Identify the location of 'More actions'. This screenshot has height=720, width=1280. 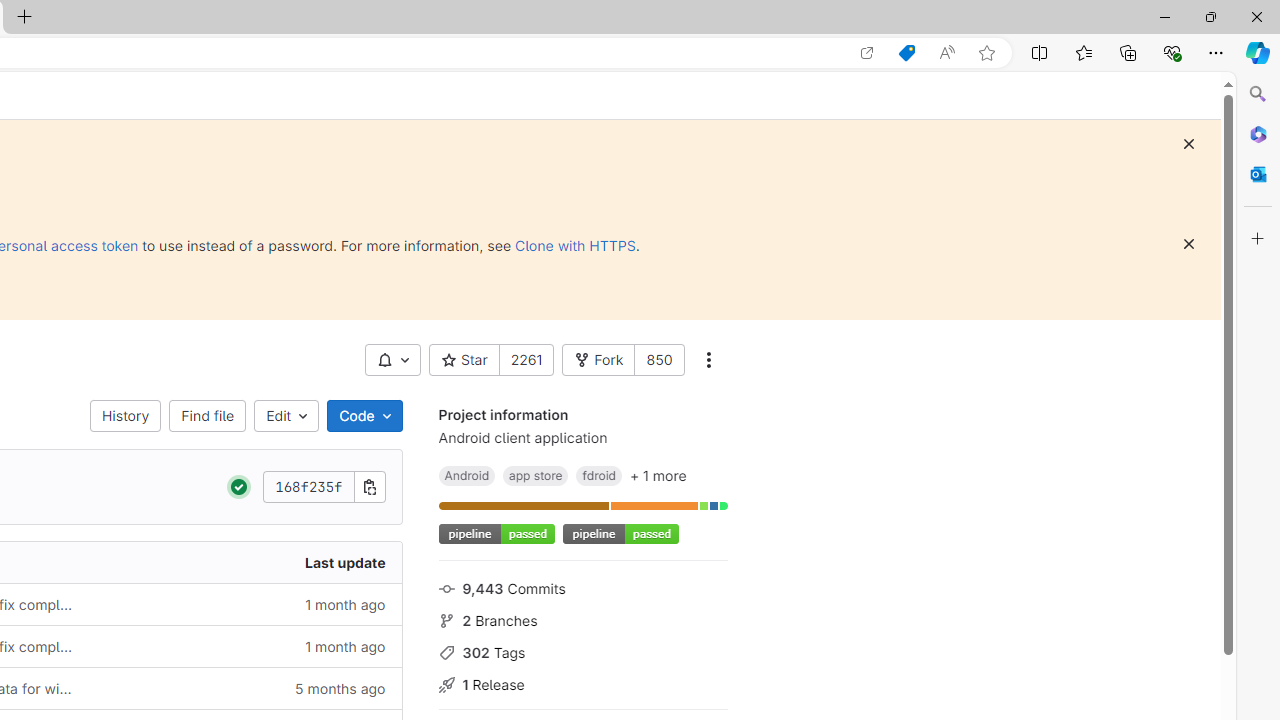
(708, 360).